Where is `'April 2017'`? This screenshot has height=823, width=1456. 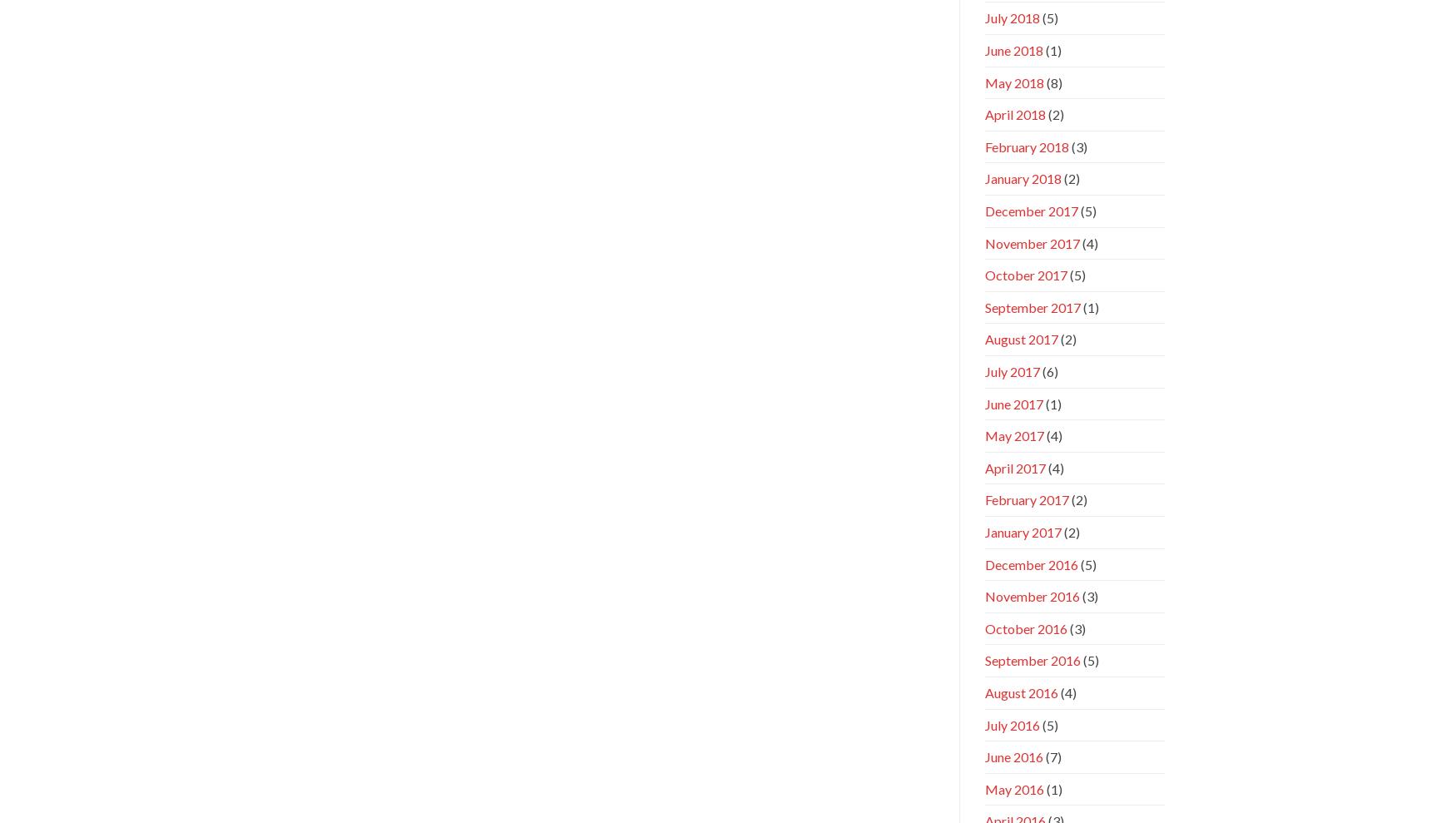 'April 2017' is located at coordinates (983, 466).